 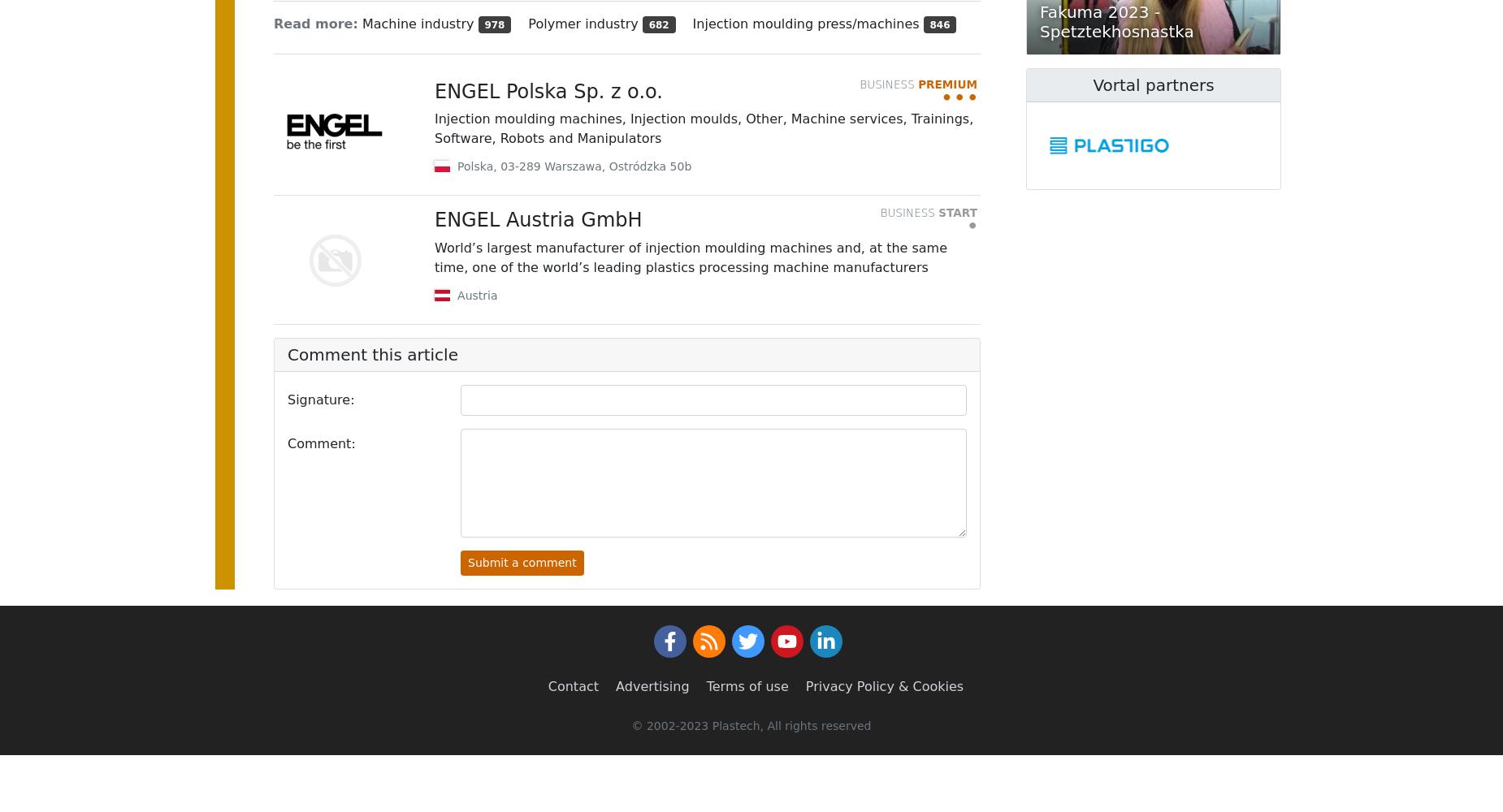 I want to click on '© 2002-2023 Plastech, All rights reserved', so click(x=751, y=726).